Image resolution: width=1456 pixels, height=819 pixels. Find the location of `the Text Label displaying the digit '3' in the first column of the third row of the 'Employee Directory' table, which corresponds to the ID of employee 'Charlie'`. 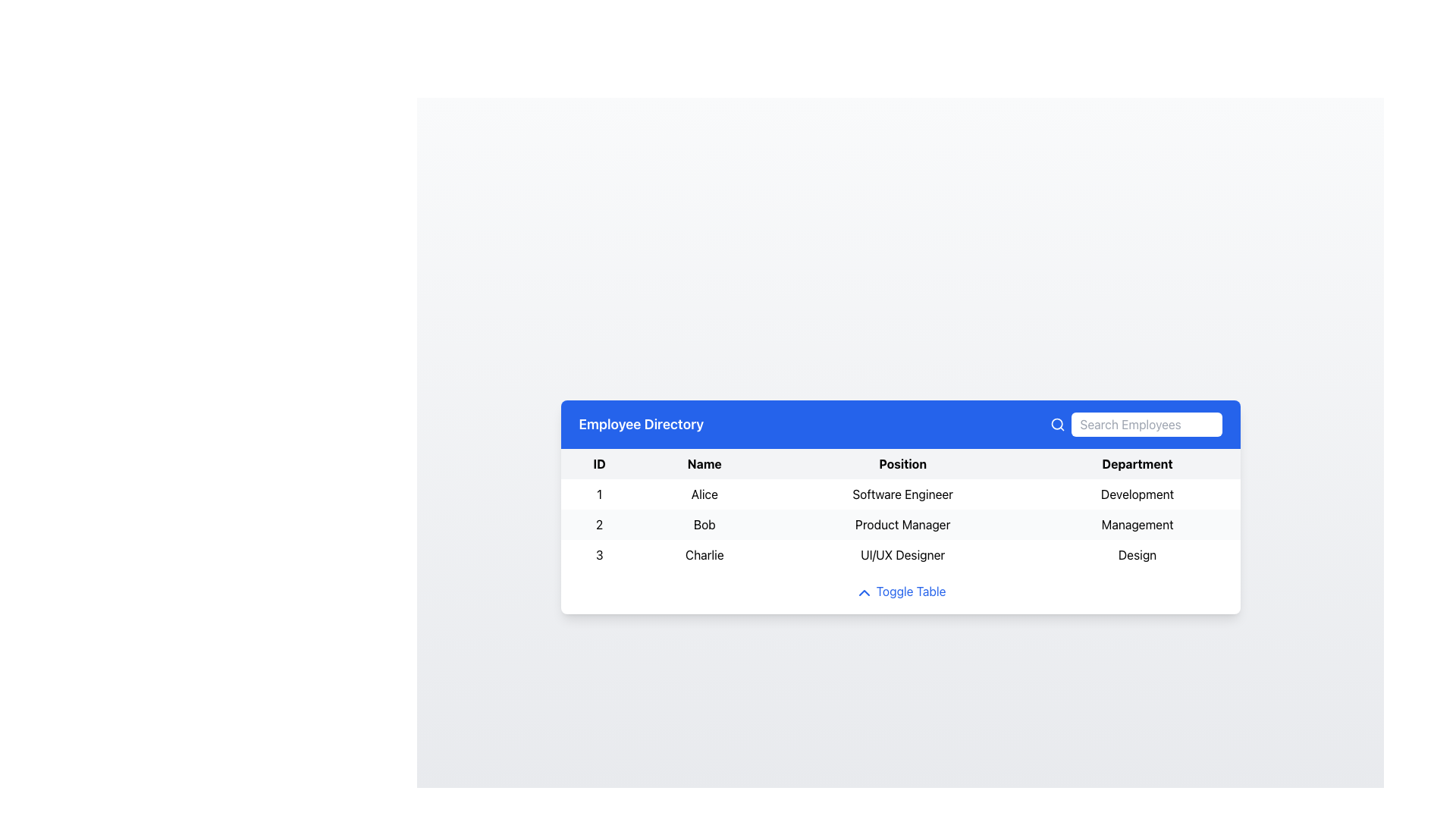

the Text Label displaying the digit '3' in the first column of the third row of the 'Employee Directory' table, which corresponds to the ID of employee 'Charlie' is located at coordinates (598, 555).